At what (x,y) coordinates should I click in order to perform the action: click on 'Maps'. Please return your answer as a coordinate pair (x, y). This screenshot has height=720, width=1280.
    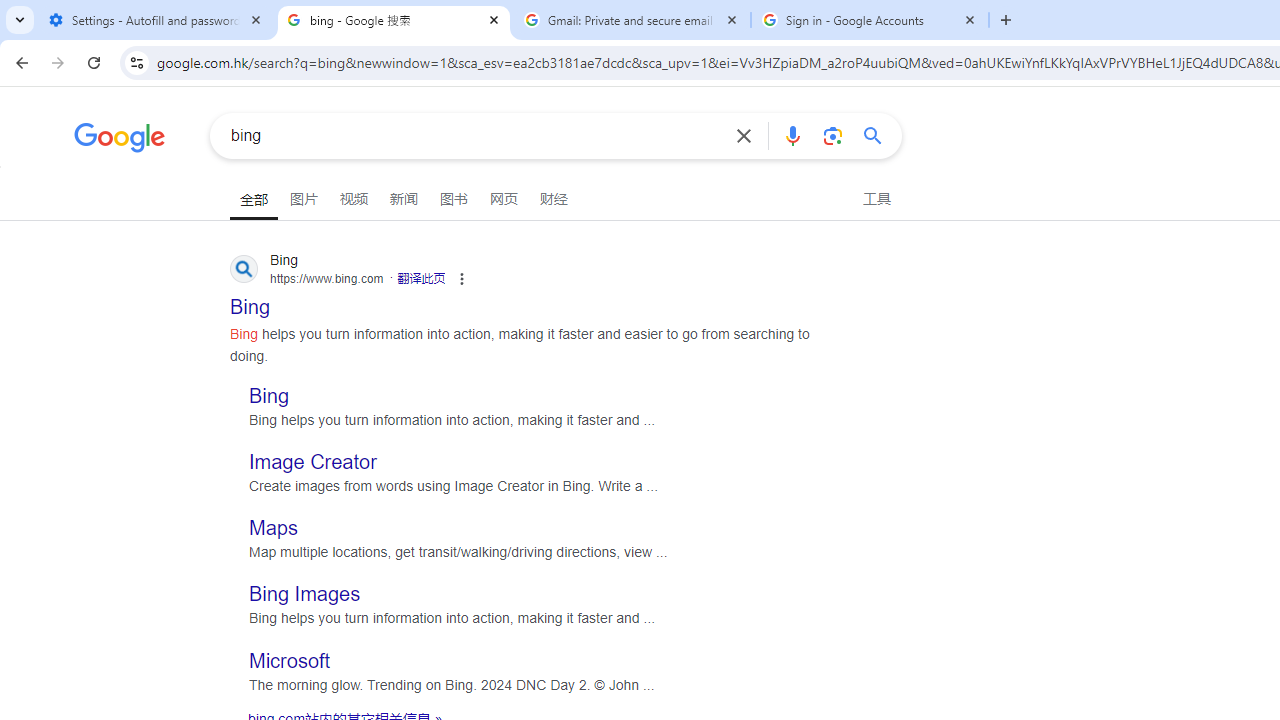
    Looking at the image, I should click on (272, 527).